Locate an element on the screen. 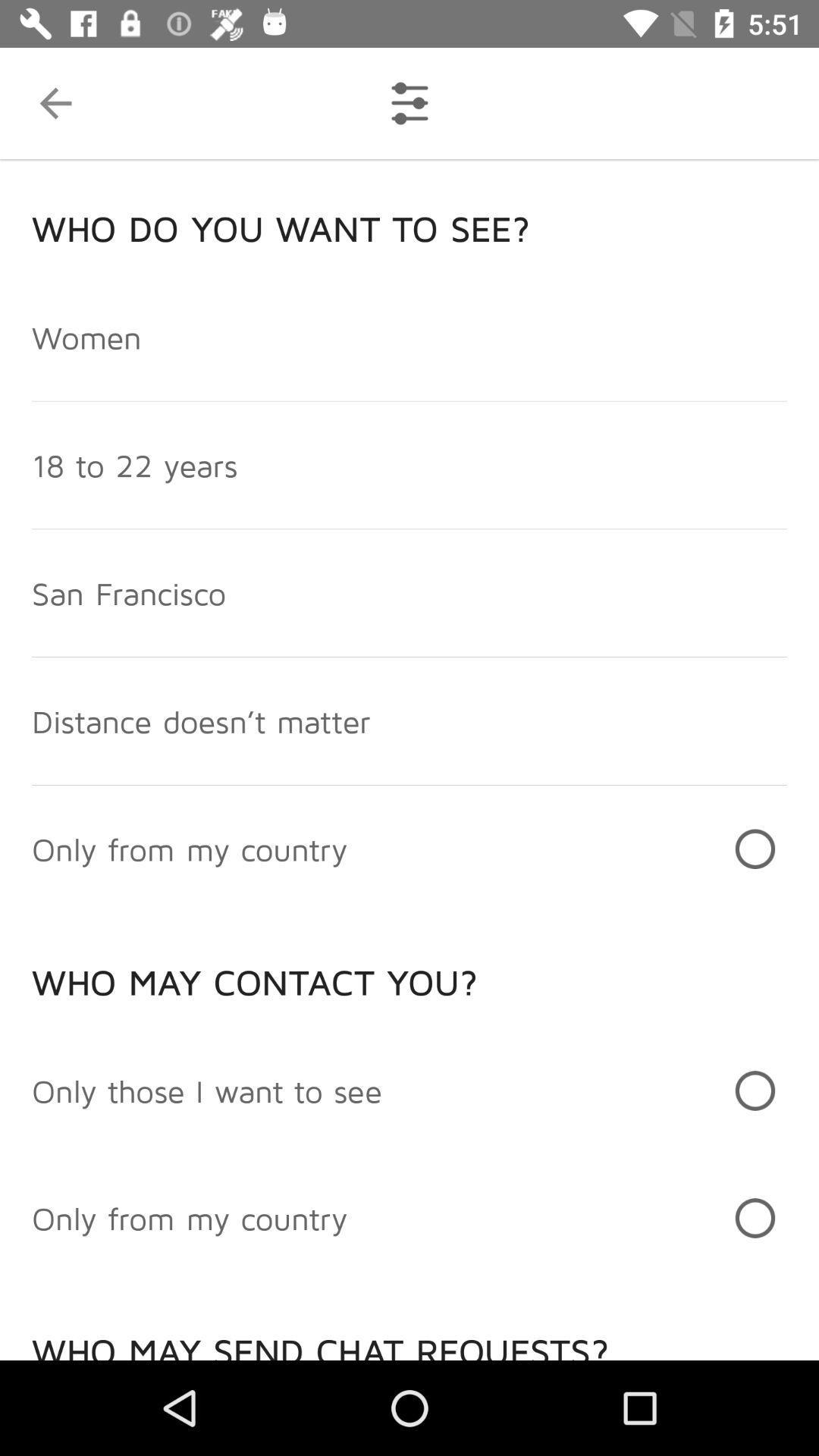  san francisco item is located at coordinates (128, 591).